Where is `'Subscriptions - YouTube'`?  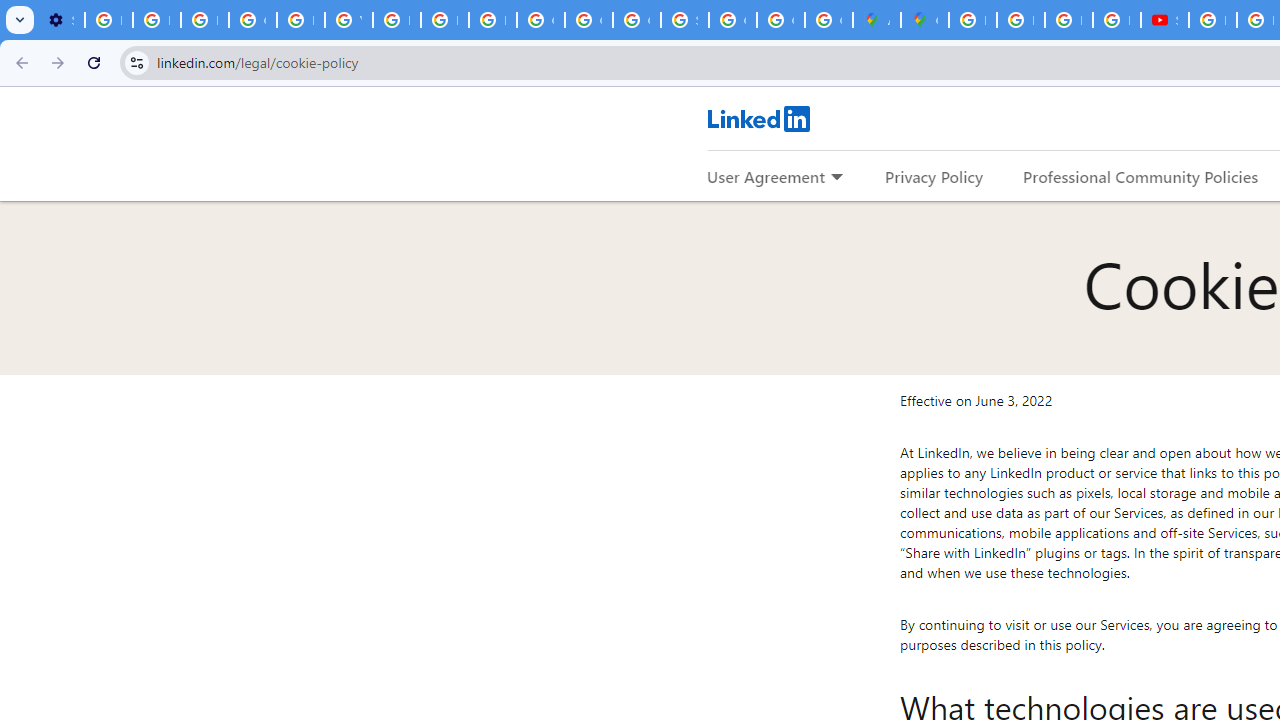
'Subscriptions - YouTube' is located at coordinates (1164, 20).